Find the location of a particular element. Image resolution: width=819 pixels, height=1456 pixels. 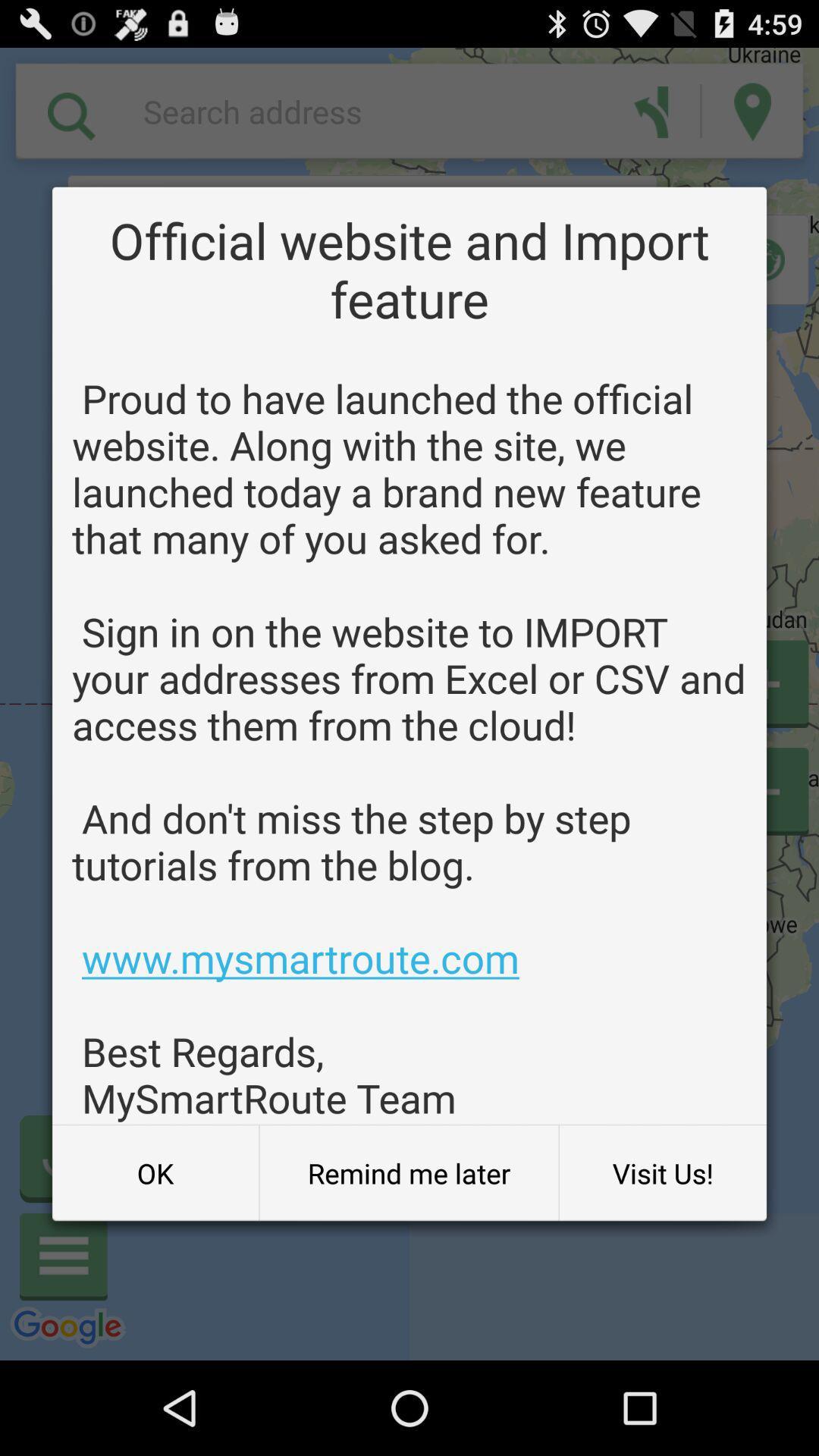

item next to ok item is located at coordinates (408, 1172).